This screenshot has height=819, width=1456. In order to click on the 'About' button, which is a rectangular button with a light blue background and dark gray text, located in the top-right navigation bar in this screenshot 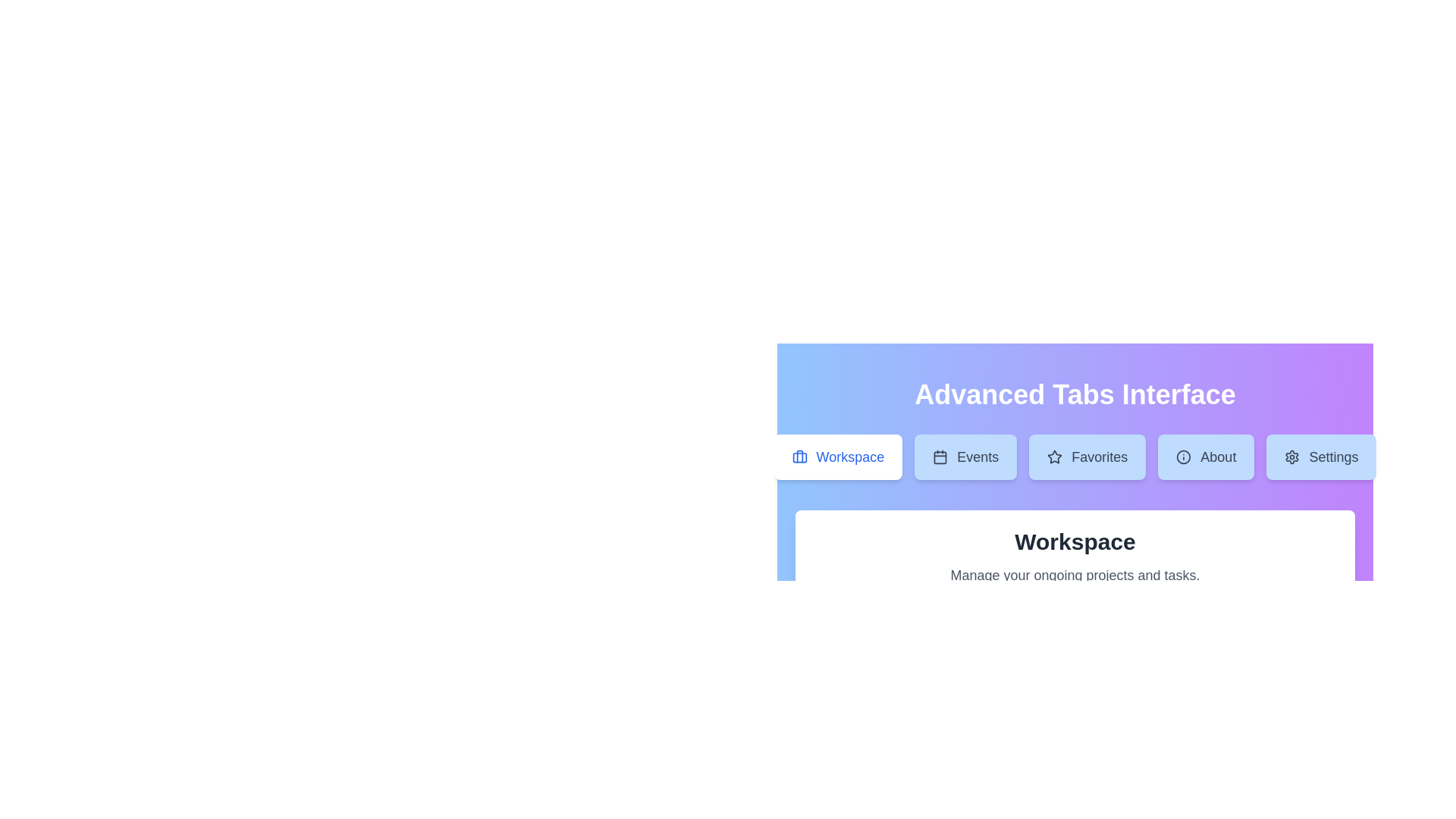, I will do `click(1204, 456)`.